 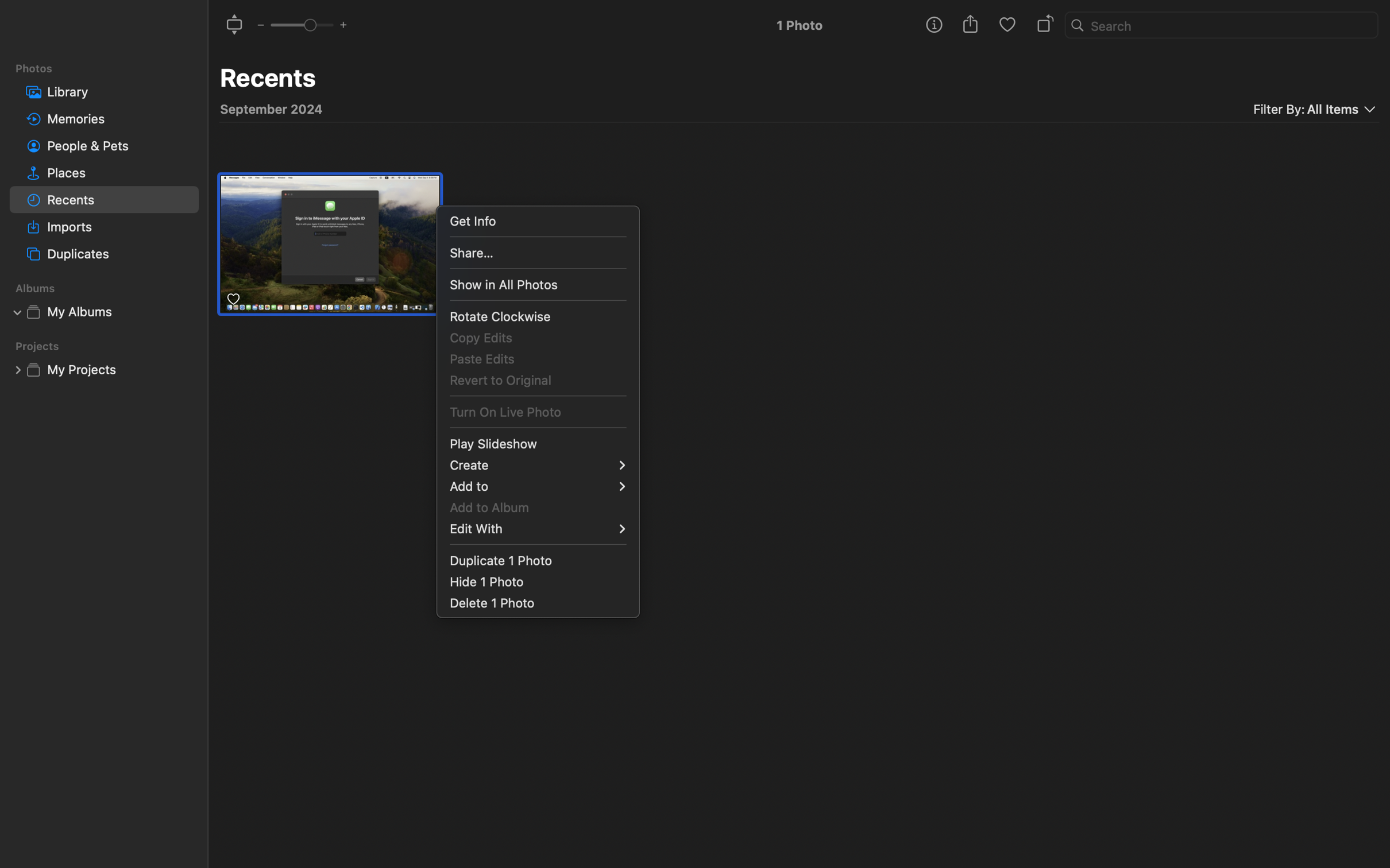 What do you see at coordinates (110, 288) in the screenshot?
I see `'Albums'` at bounding box center [110, 288].